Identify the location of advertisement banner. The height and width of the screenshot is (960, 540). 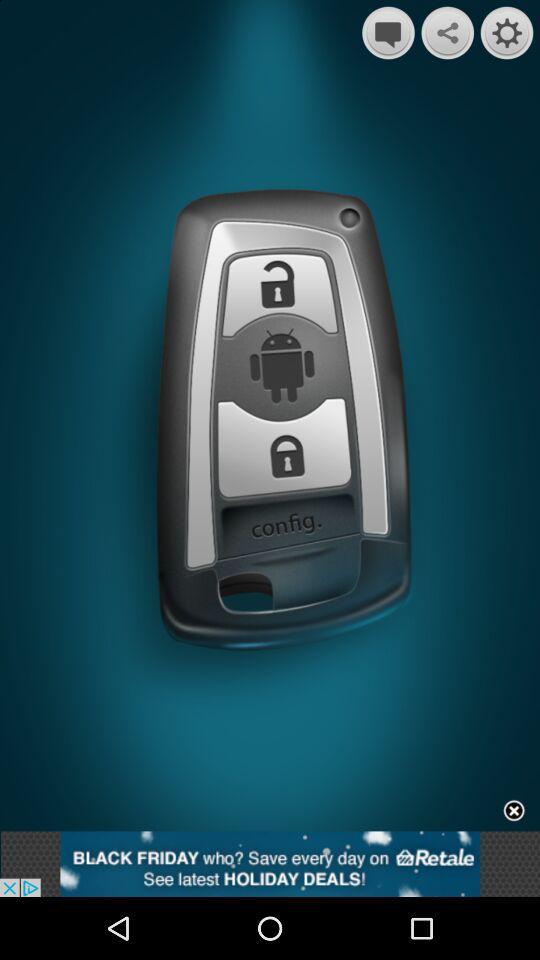
(514, 811).